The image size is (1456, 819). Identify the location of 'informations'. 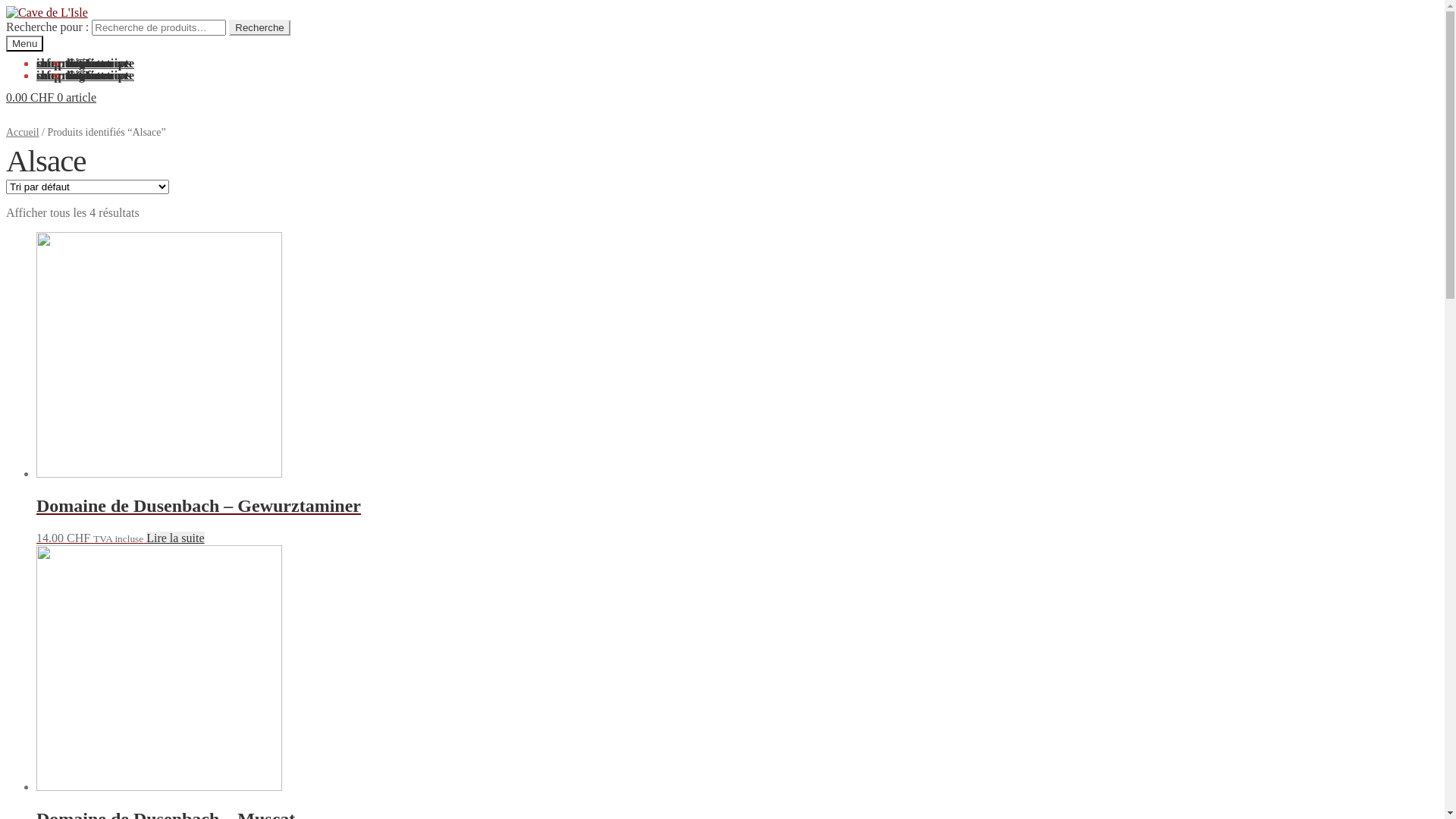
(68, 62).